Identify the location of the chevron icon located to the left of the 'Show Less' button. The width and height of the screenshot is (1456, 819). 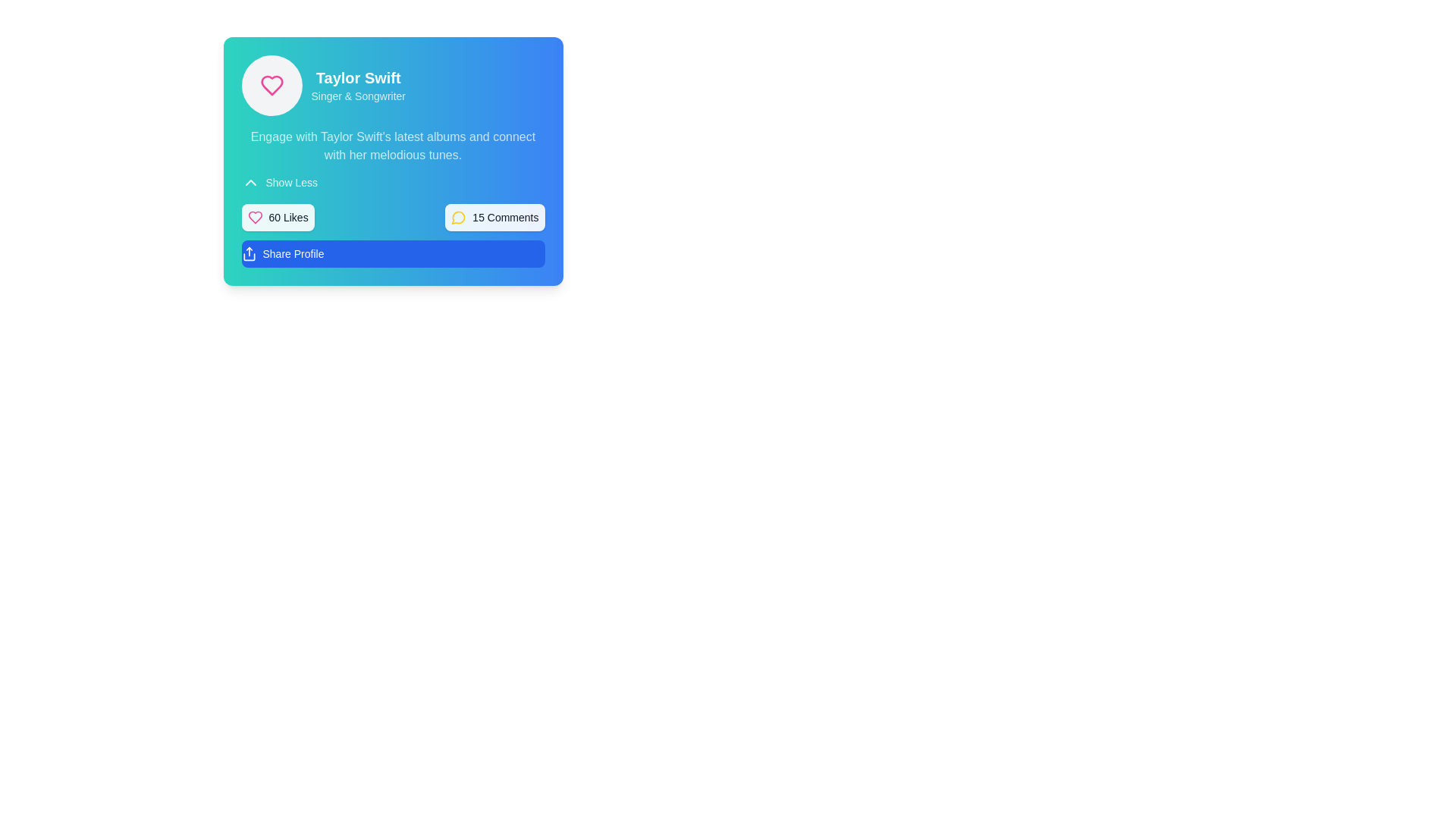
(250, 181).